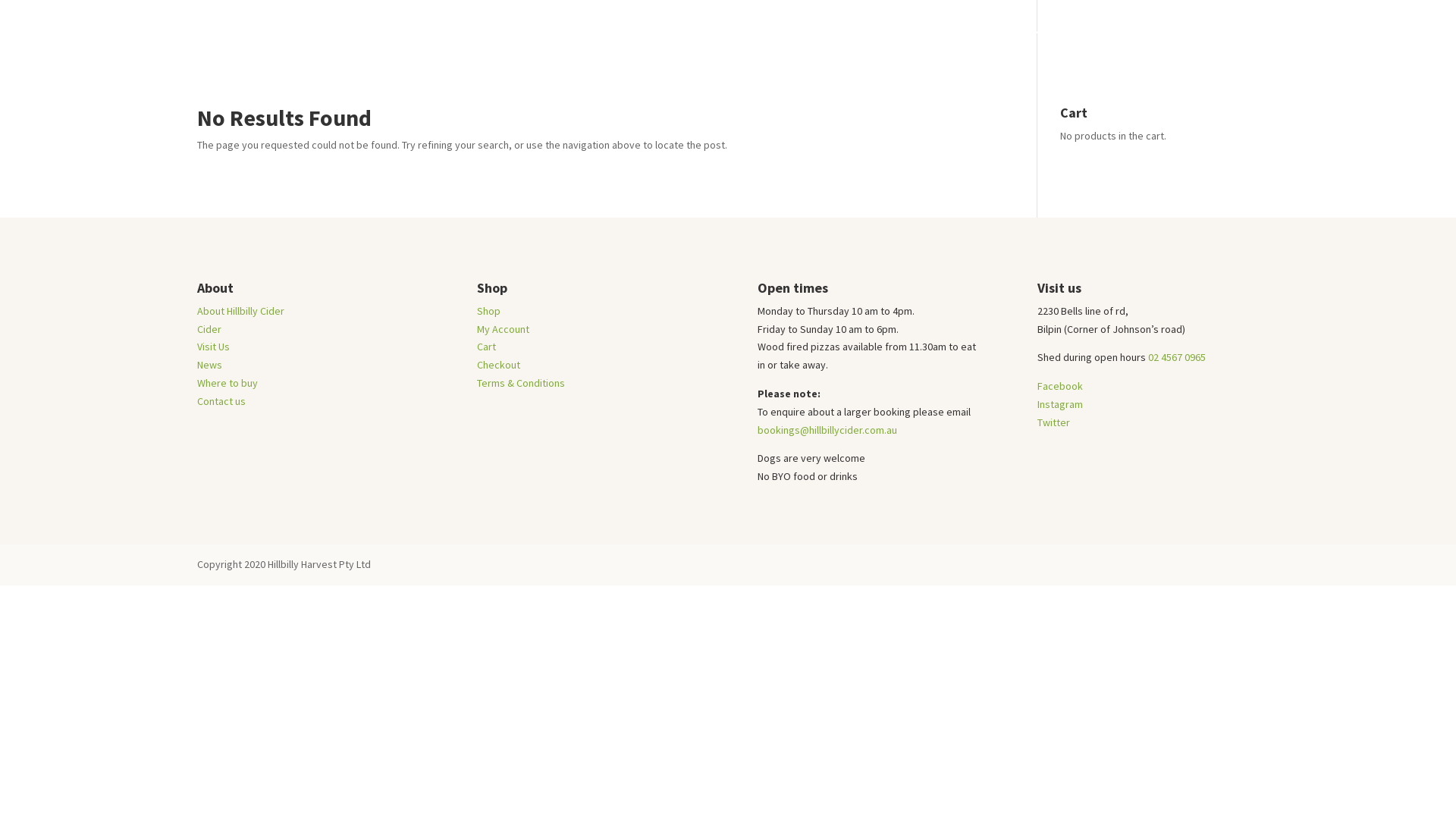  I want to click on 'Terms & Conditions', so click(520, 382).